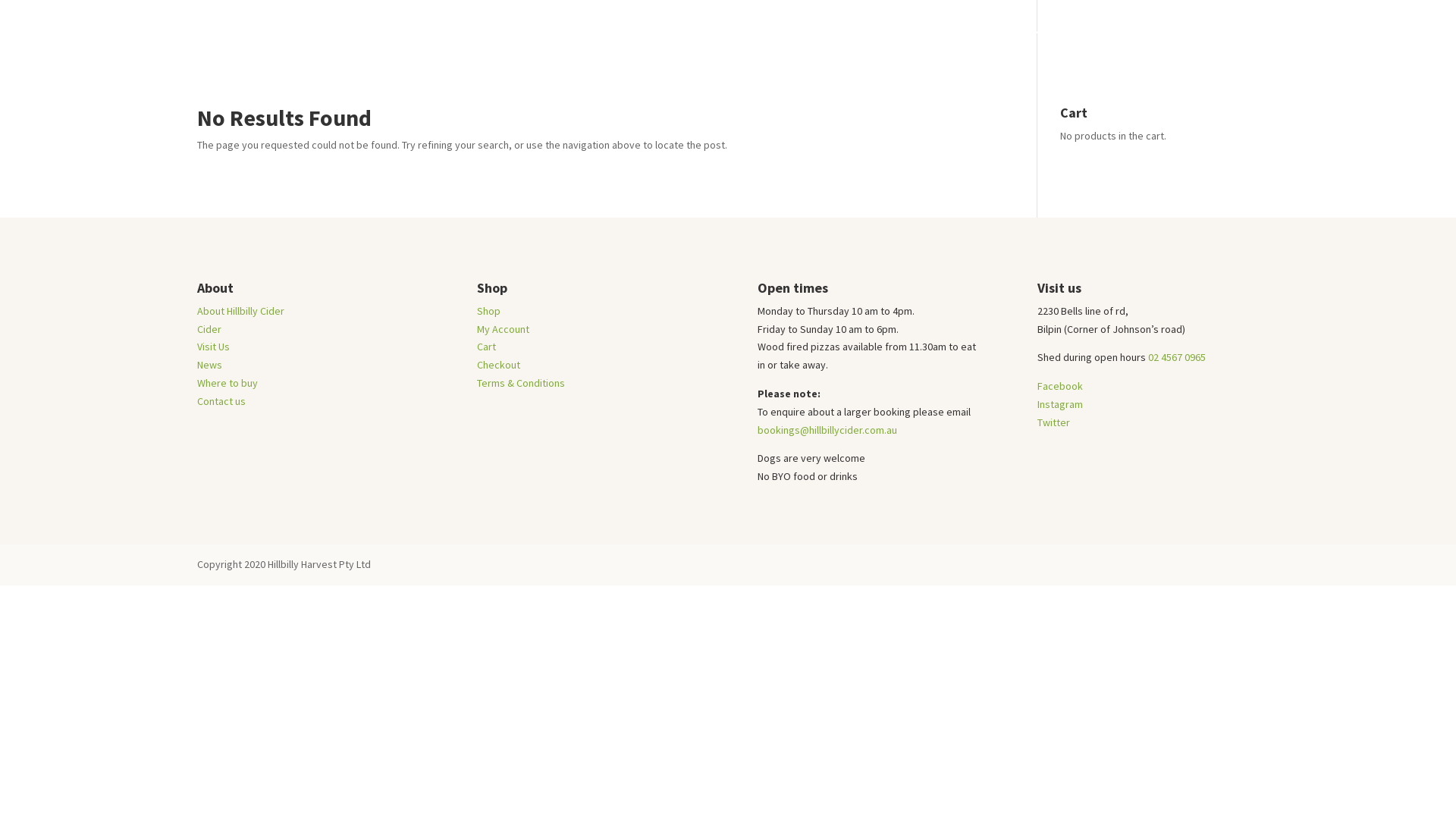  I want to click on 'Terms & Conditions', so click(520, 382).